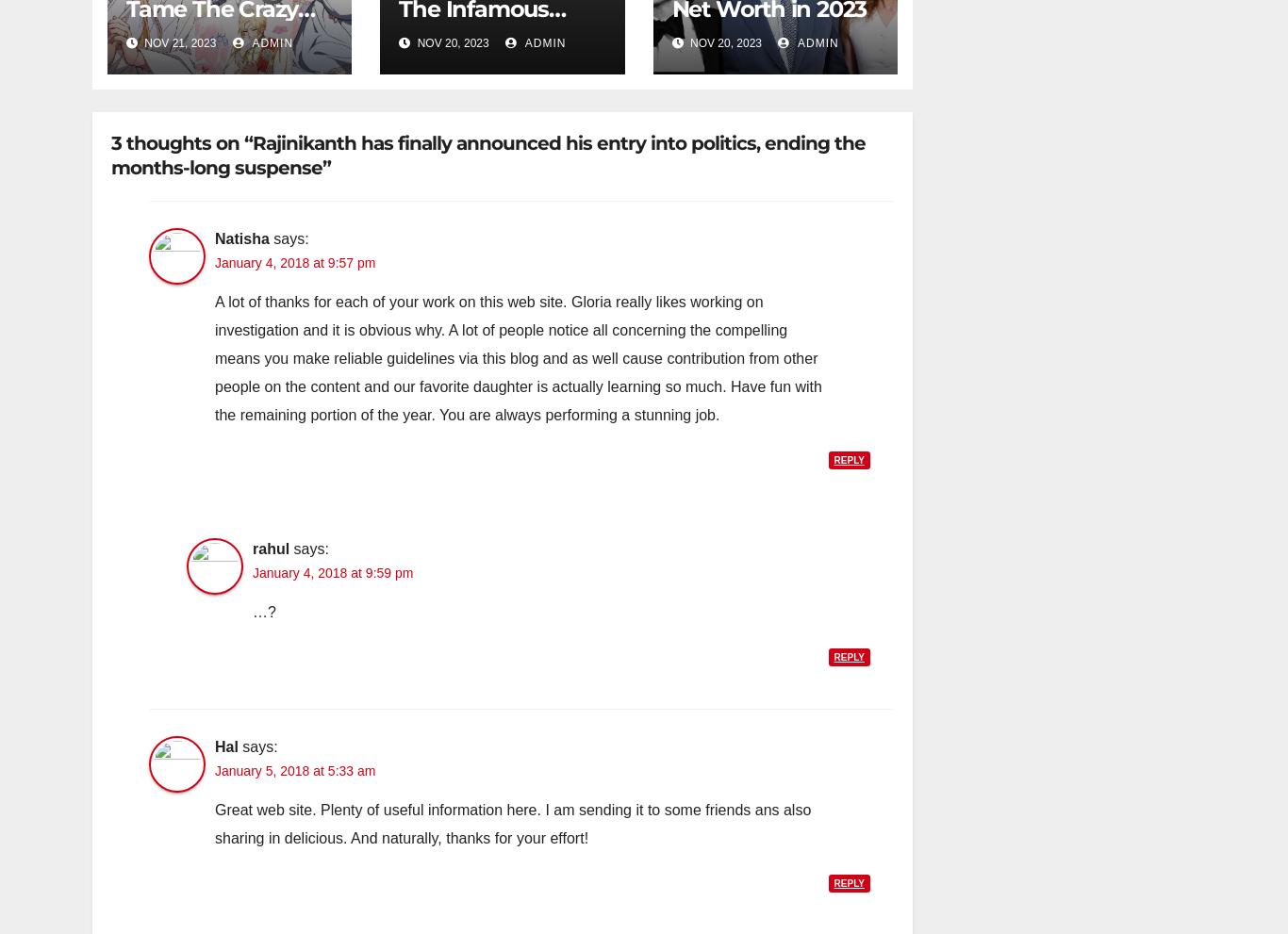  Describe the element at coordinates (140, 41) in the screenshot. I see `'Nov 21, 2023'` at that location.